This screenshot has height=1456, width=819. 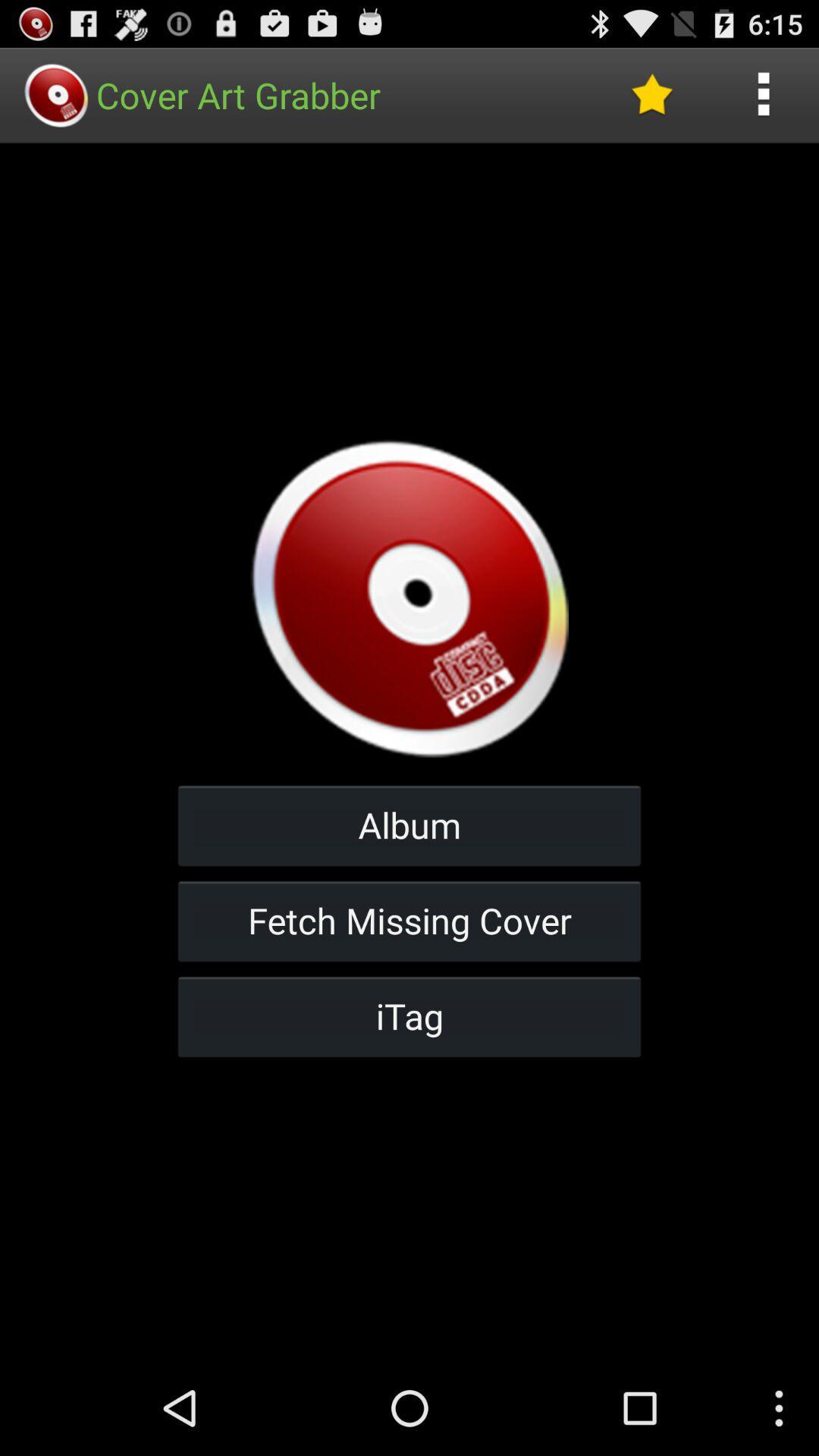 What do you see at coordinates (409, 1016) in the screenshot?
I see `itag` at bounding box center [409, 1016].